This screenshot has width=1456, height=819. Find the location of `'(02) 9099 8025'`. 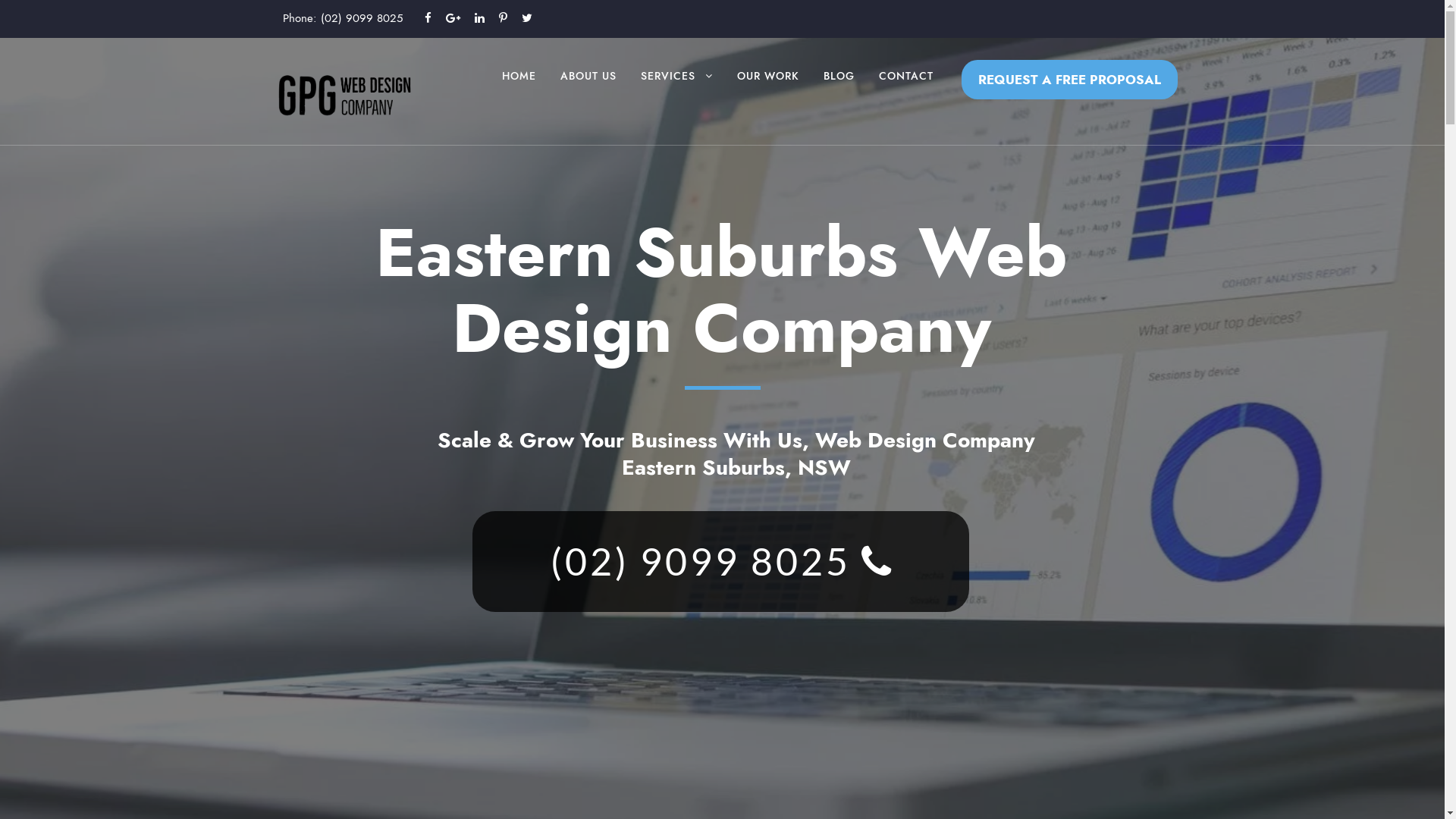

'(02) 9099 8025' is located at coordinates (359, 17).